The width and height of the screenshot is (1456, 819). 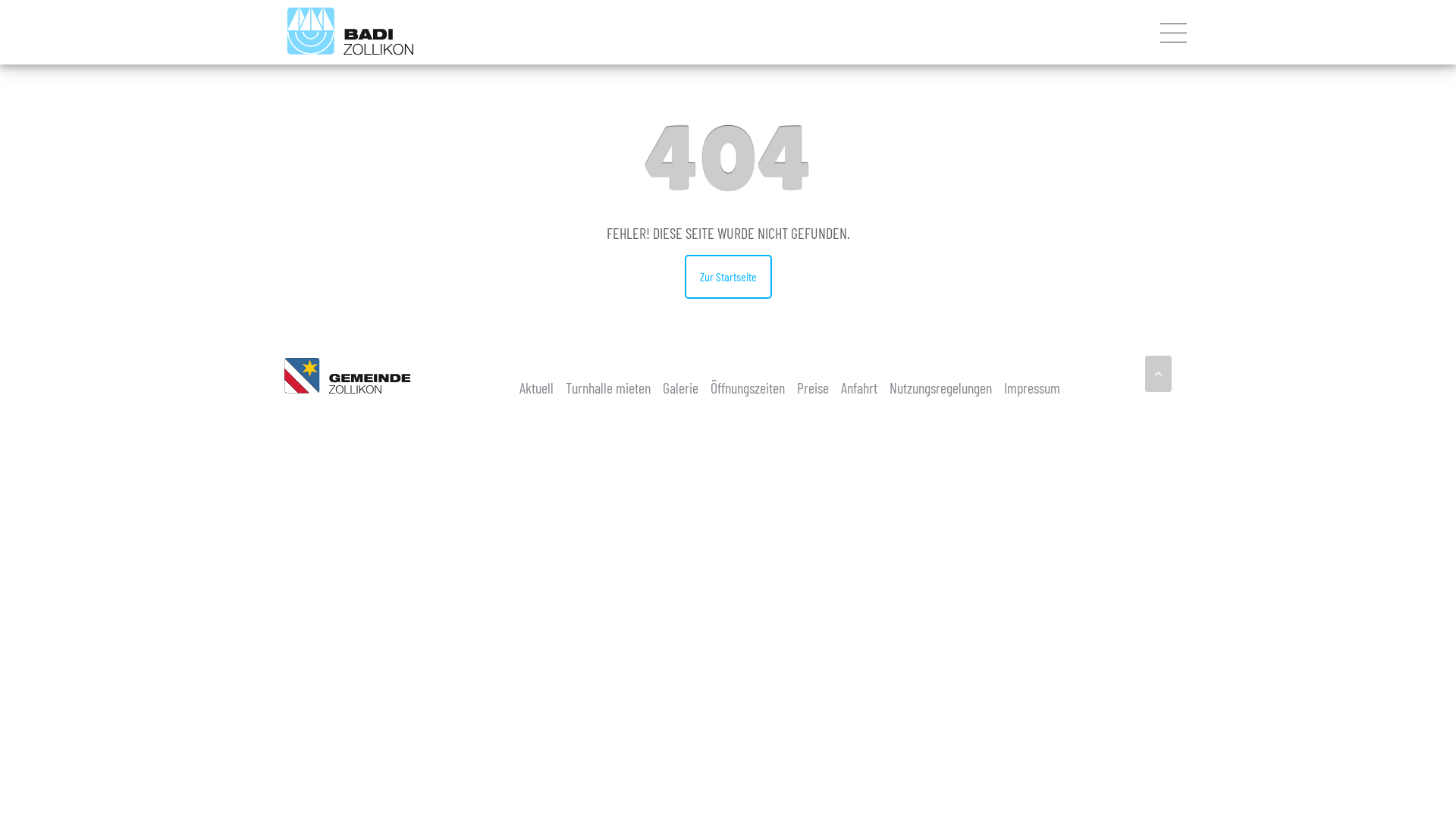 I want to click on 'Galerie', so click(x=679, y=386).